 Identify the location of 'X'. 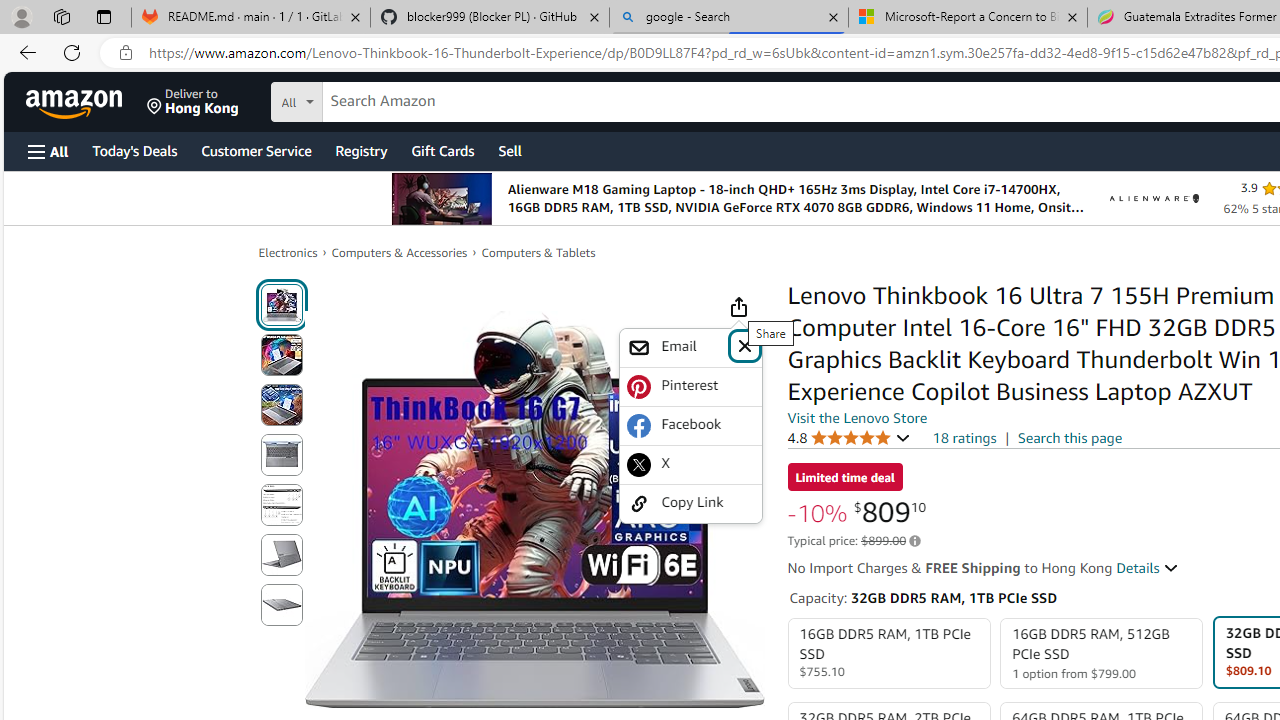
(690, 464).